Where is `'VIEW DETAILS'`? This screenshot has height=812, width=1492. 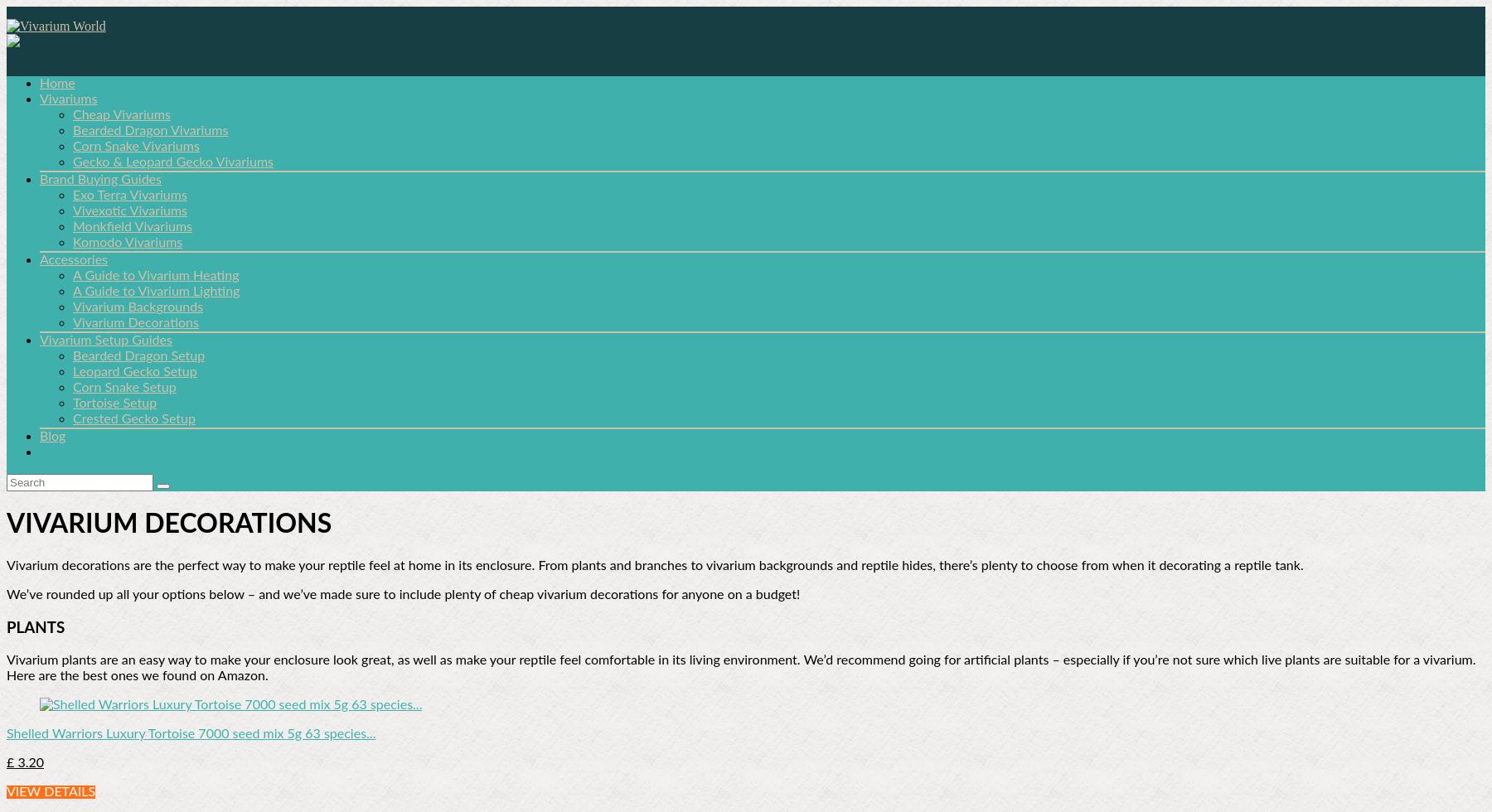
'VIEW DETAILS' is located at coordinates (50, 791).